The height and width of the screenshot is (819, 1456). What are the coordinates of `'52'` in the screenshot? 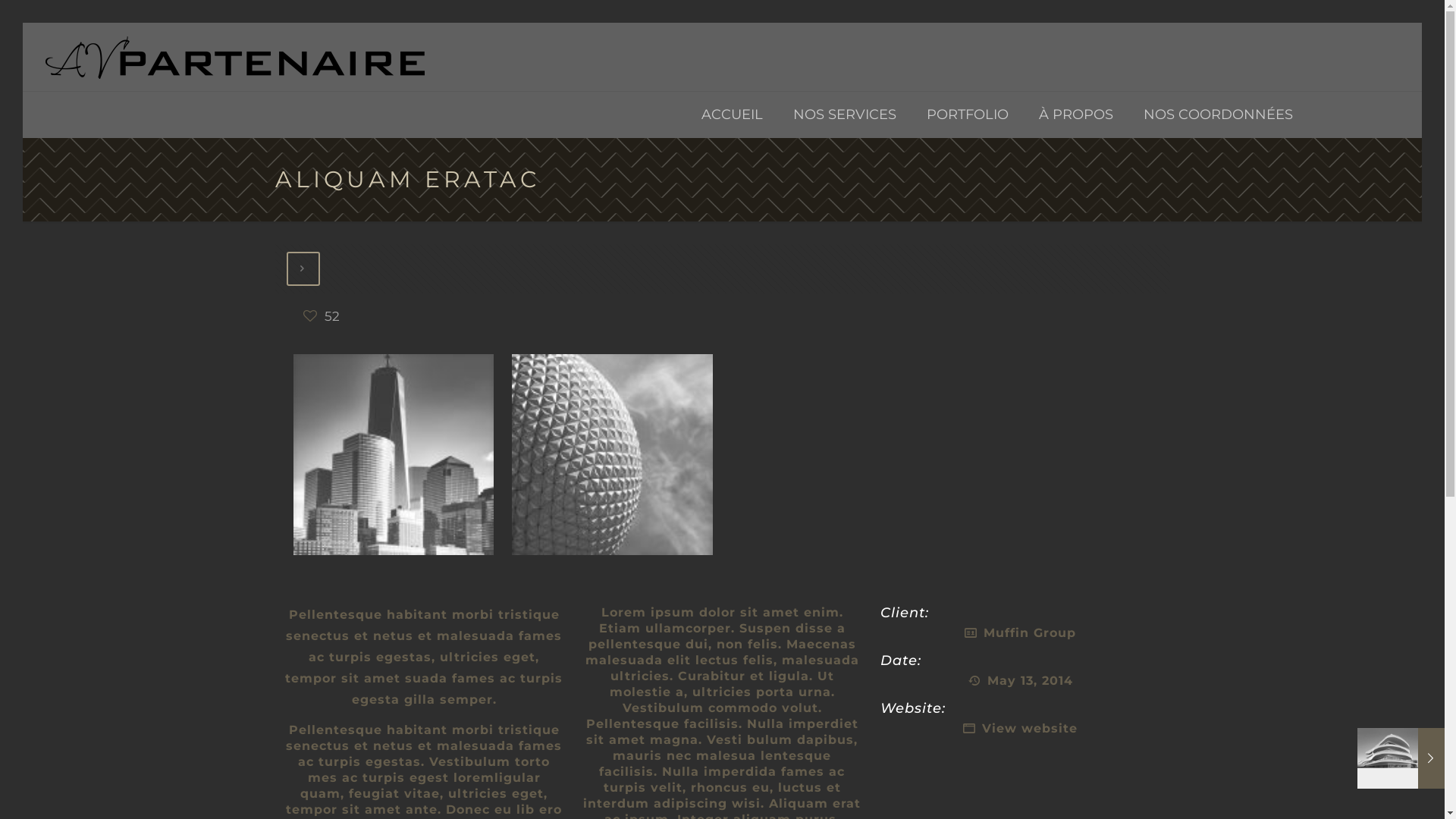 It's located at (320, 315).